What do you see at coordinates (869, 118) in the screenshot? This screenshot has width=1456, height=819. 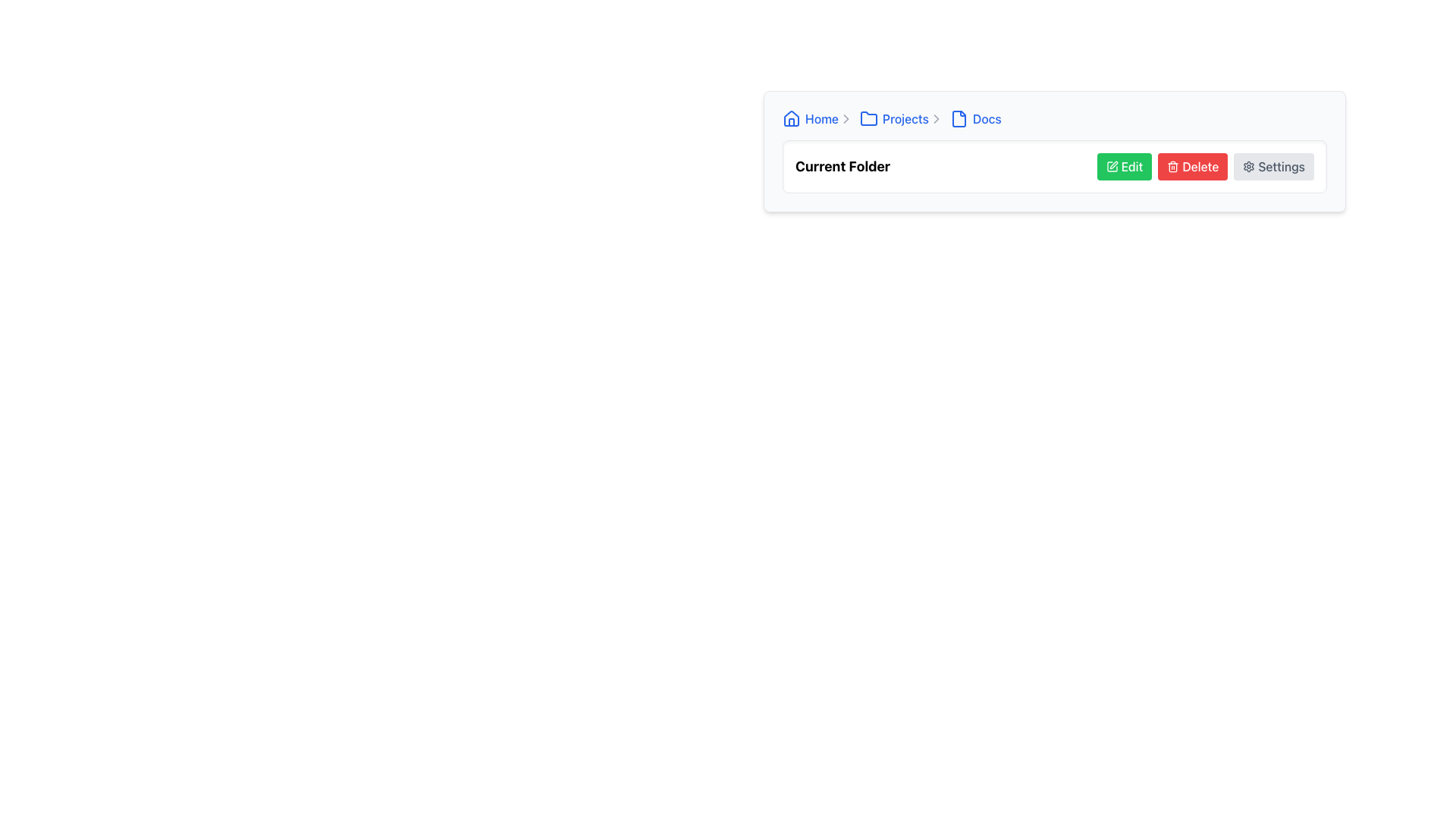 I see `the 'Projects' folder icon, which is a blue folder icon with a rectangular bottom and a raised left top edge, located in the breadcrumb navigation as the second icon` at bounding box center [869, 118].